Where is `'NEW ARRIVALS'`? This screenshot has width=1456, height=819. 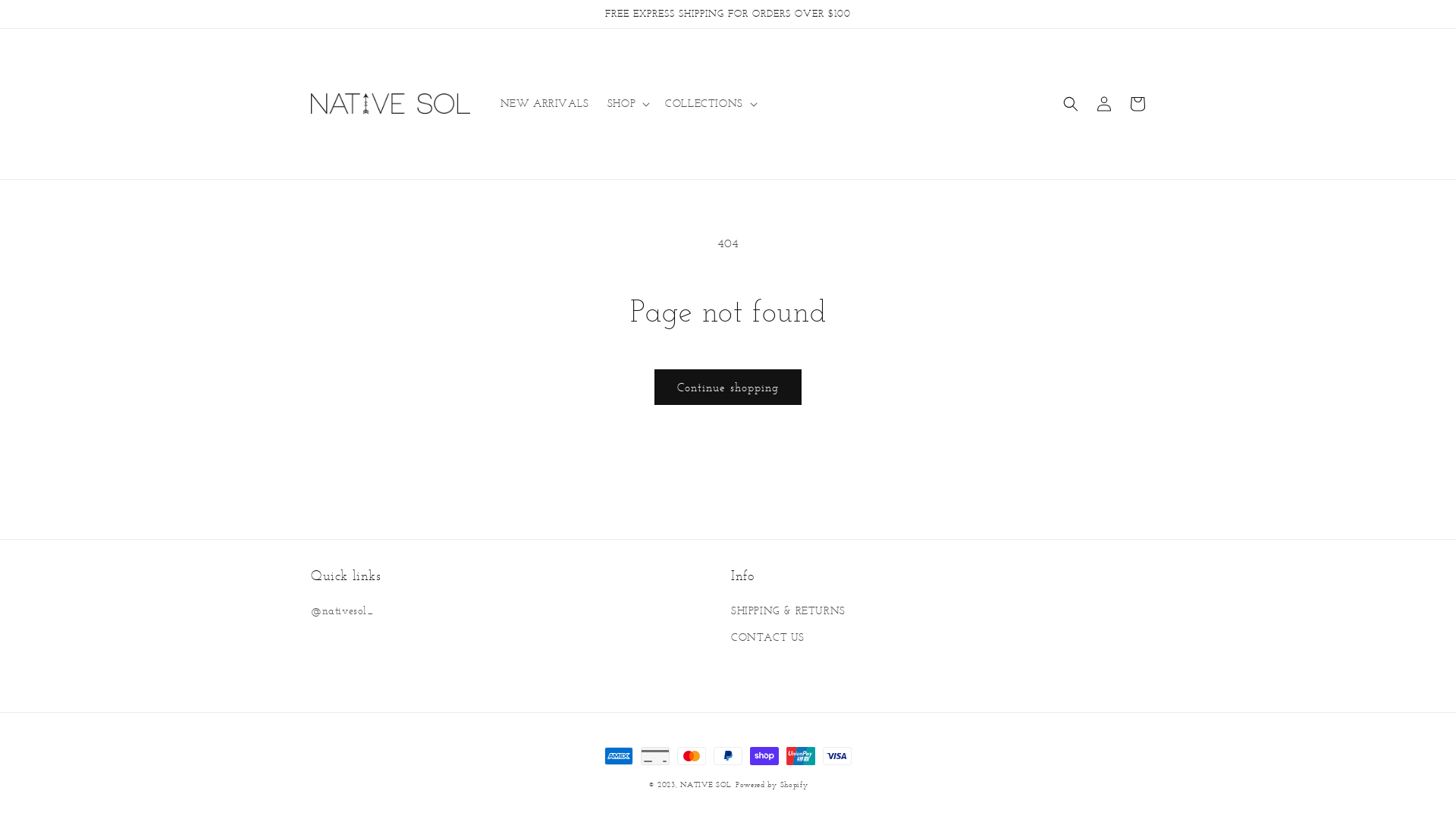
'NEW ARRIVALS' is located at coordinates (544, 103).